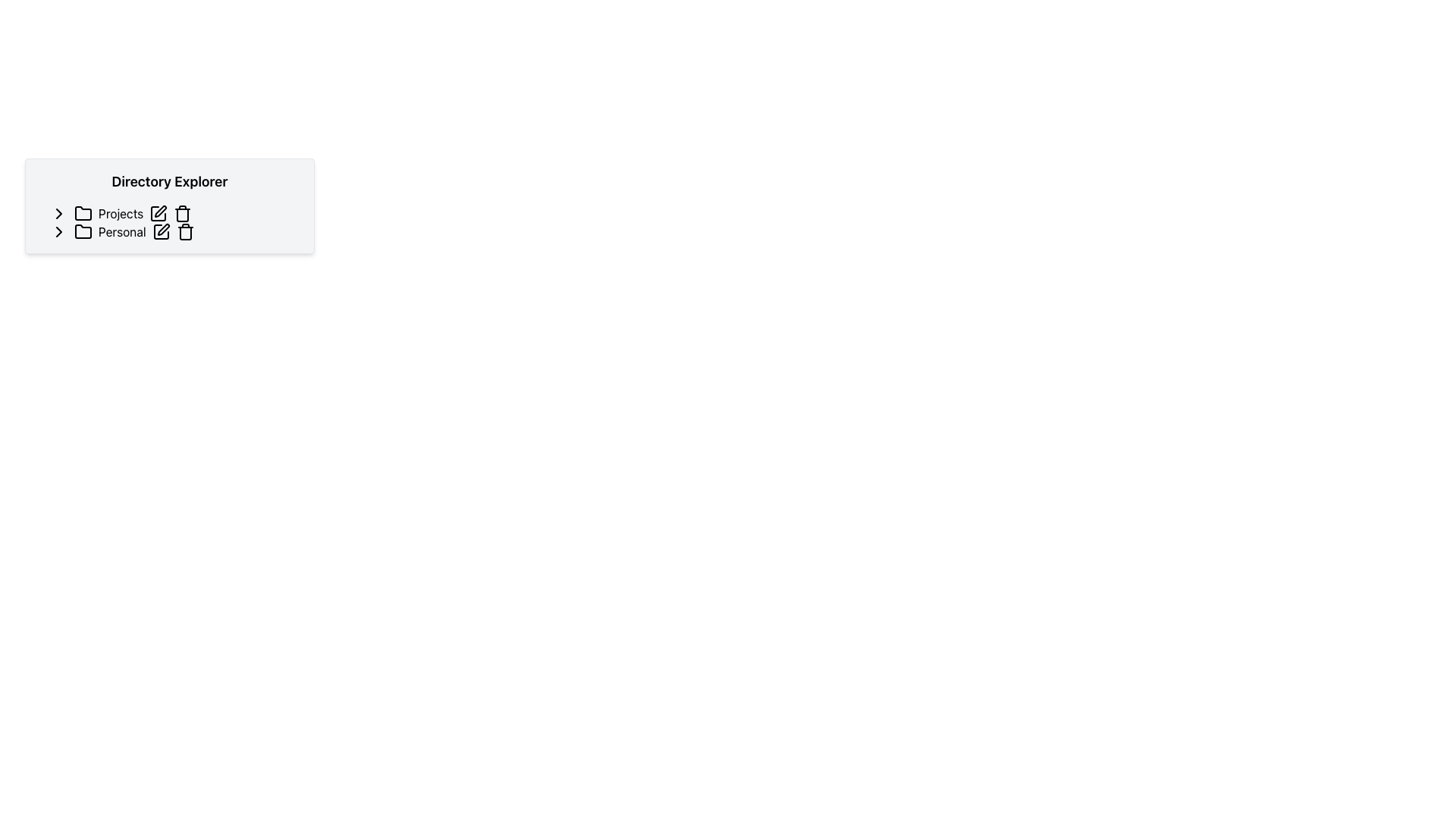 The width and height of the screenshot is (1456, 819). I want to click on the pencil icon button located to the right of the 'Projects' label in the directory explorer interface, so click(158, 213).